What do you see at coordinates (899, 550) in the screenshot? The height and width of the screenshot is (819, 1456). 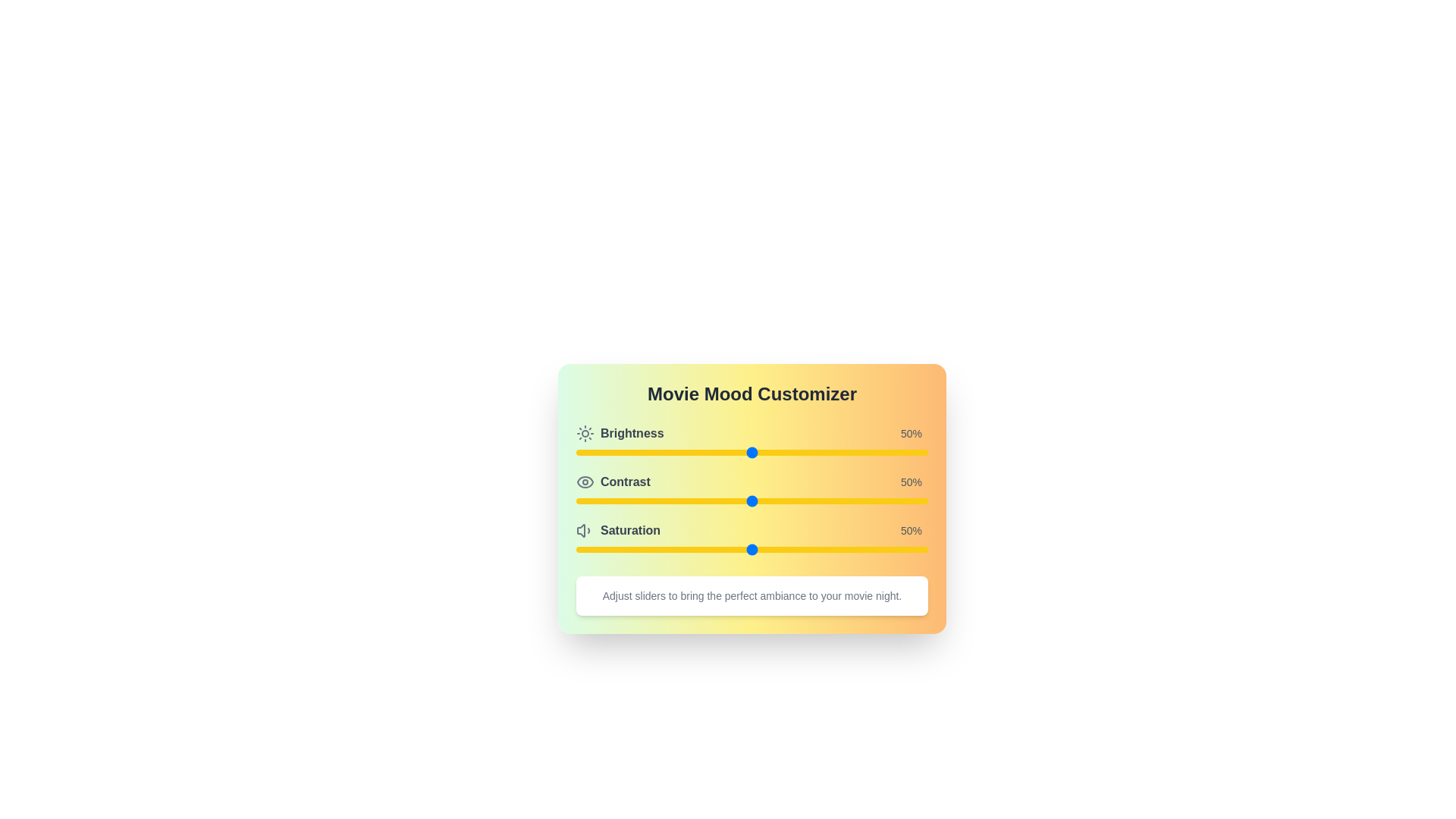 I see `the saturation level` at bounding box center [899, 550].